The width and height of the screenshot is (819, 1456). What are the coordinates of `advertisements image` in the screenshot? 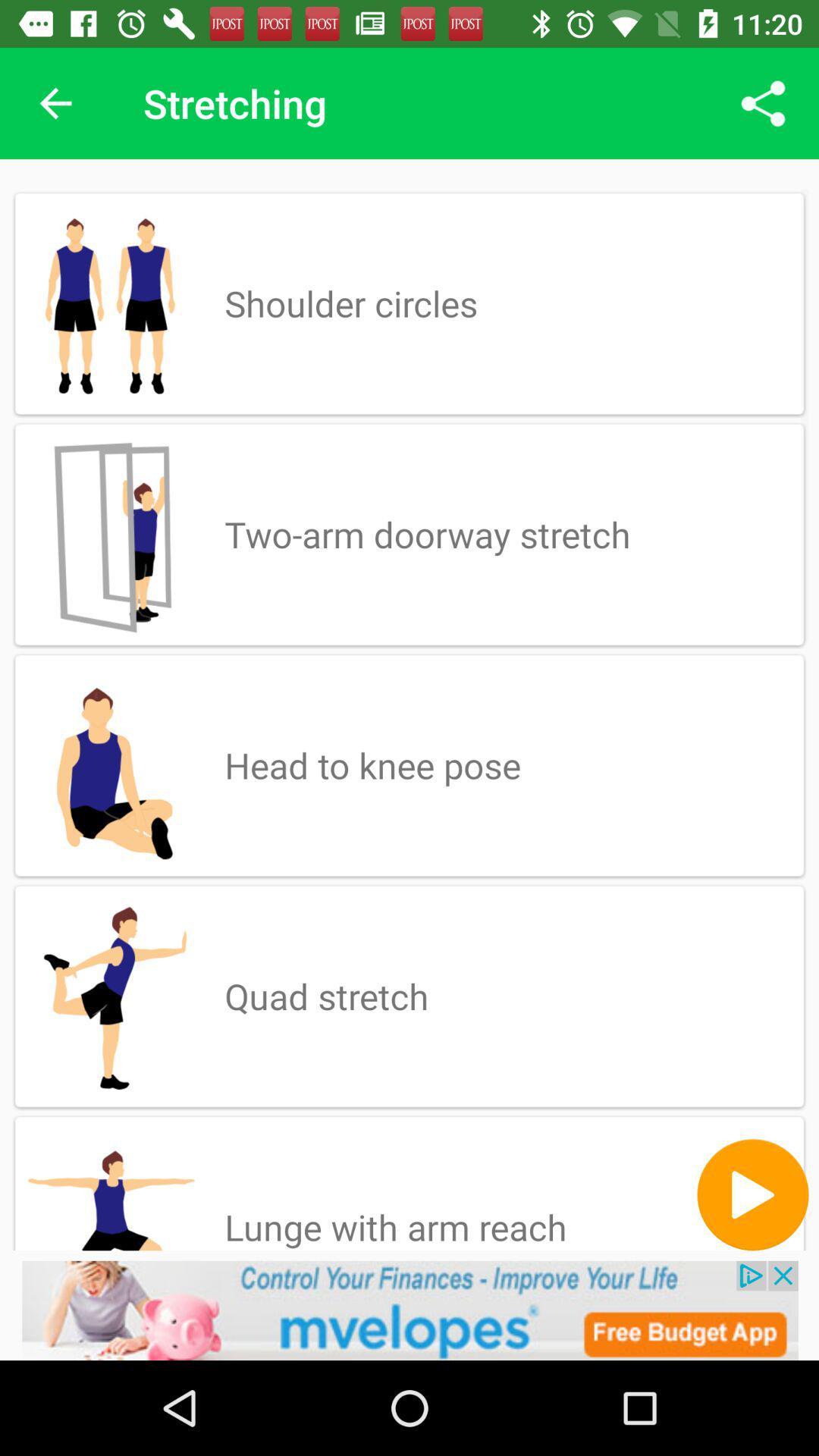 It's located at (409, 1310).